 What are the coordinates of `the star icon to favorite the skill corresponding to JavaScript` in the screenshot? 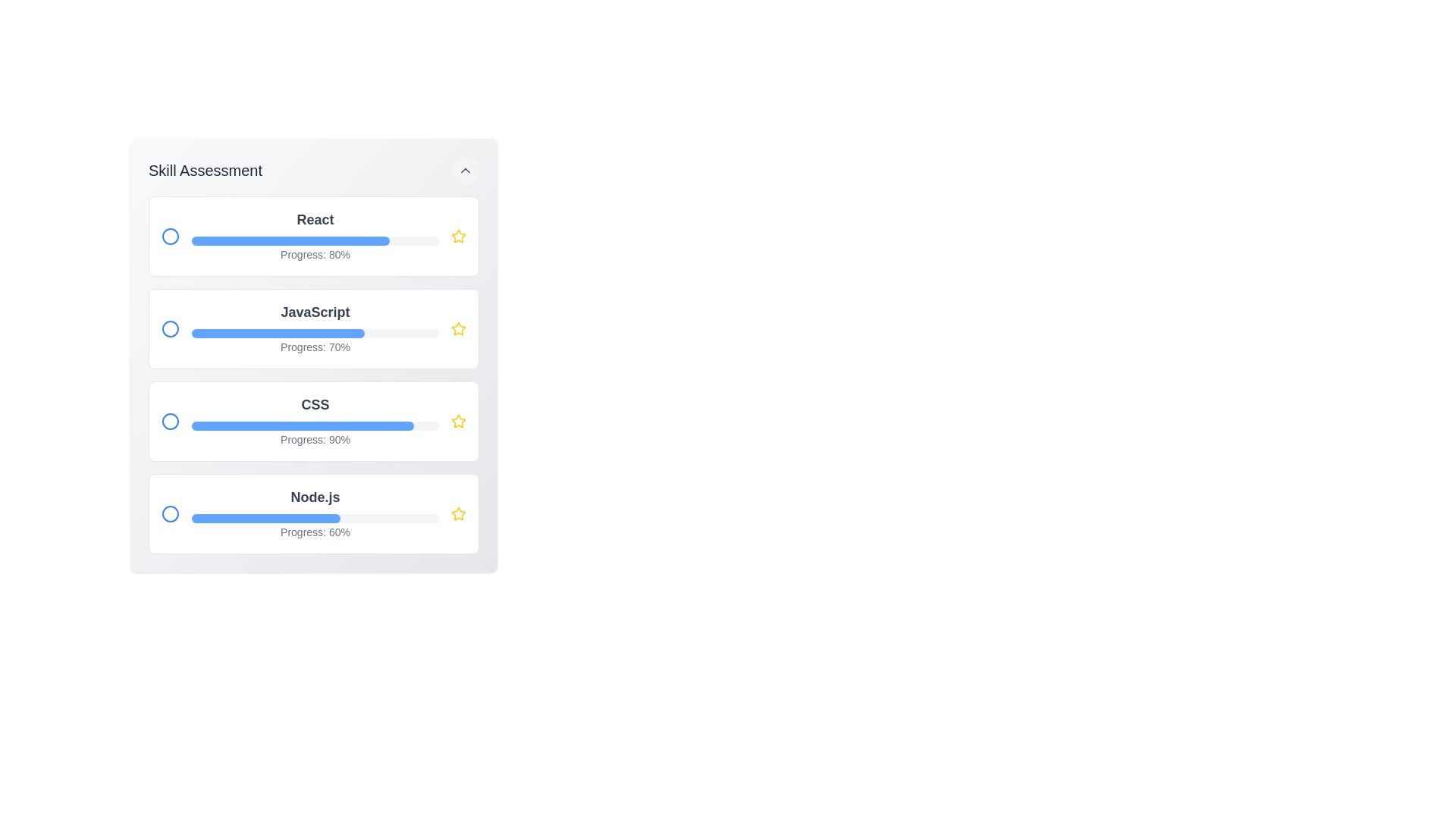 It's located at (457, 328).